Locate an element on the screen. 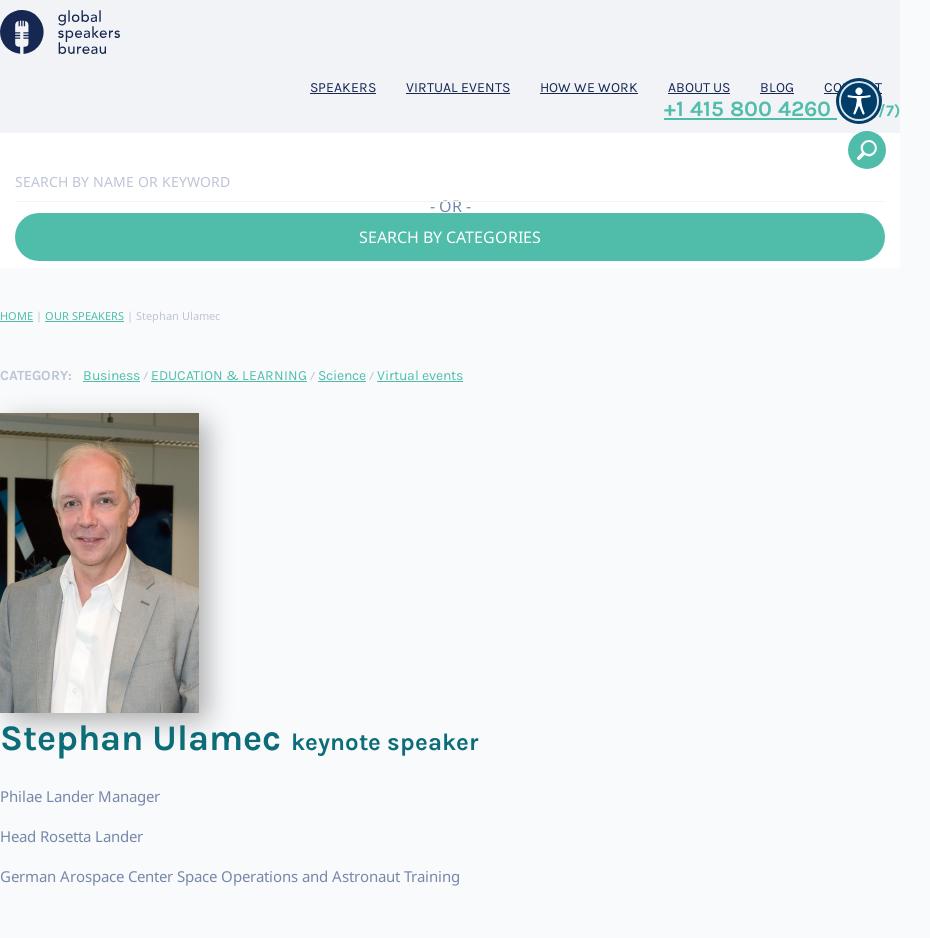 The image size is (930, 938). 'About us' is located at coordinates (698, 86).